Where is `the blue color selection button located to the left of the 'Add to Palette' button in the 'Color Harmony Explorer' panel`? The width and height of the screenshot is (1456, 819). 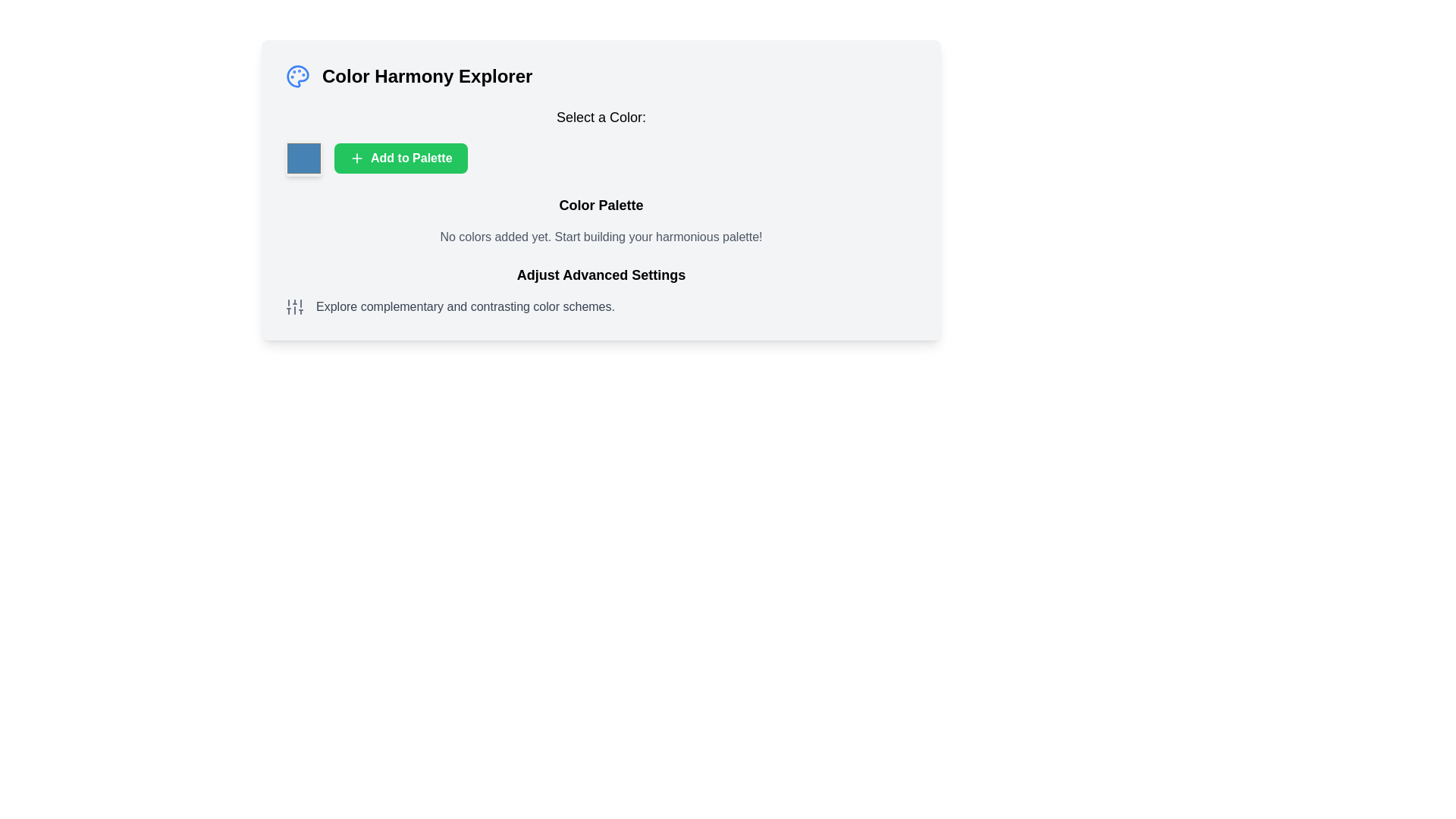 the blue color selection button located to the left of the 'Add to Palette' button in the 'Color Harmony Explorer' panel is located at coordinates (303, 158).